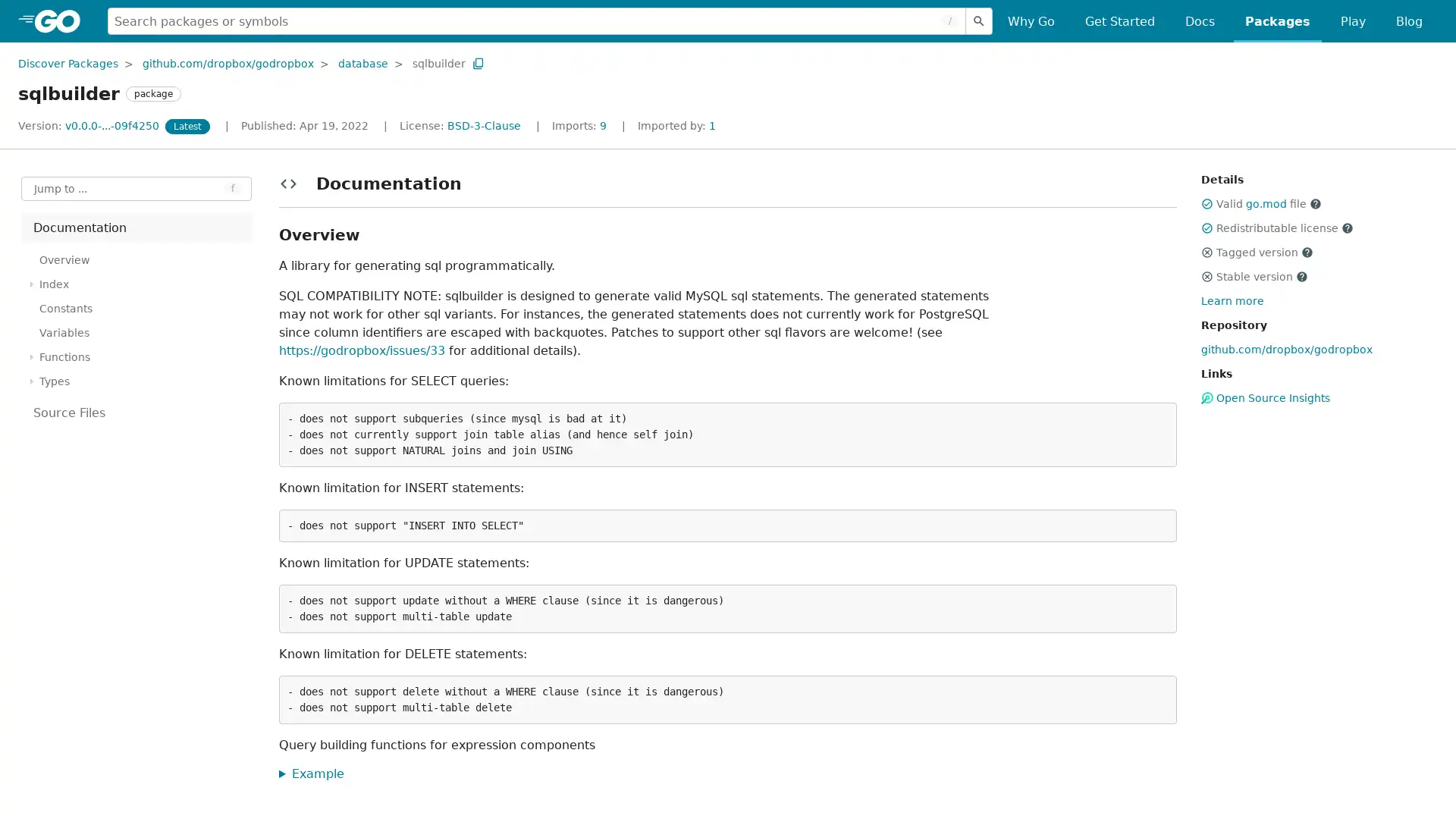 This screenshot has width=1456, height=819. Describe the element at coordinates (136, 188) in the screenshot. I see `Open Jump to Identifier` at that location.